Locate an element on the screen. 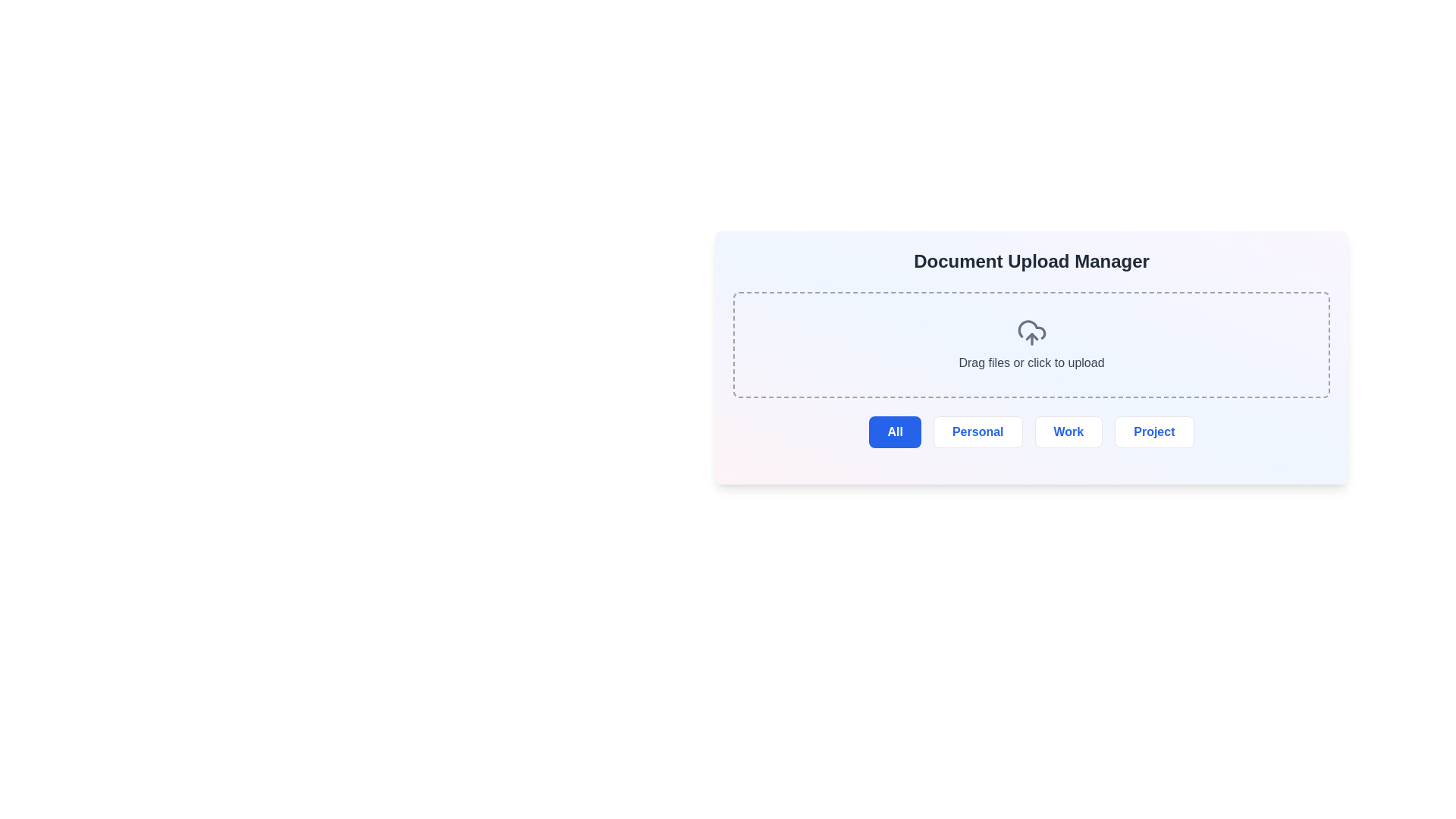 This screenshot has height=819, width=1456. the 'Work' filter button in the Document Upload Manager system is located at coordinates (1068, 432).